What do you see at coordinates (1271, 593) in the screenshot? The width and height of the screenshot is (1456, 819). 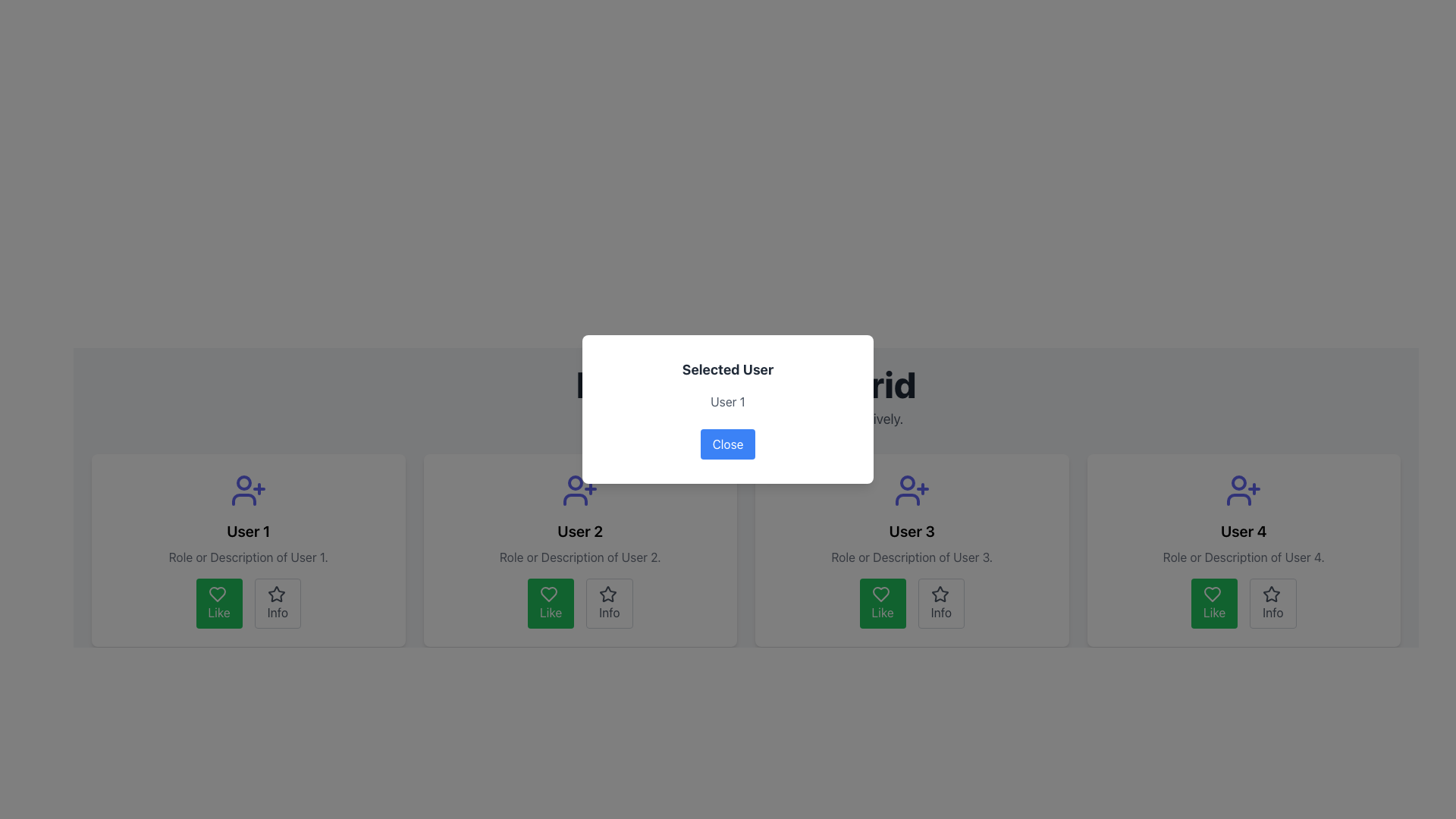 I see `the icon button located within the card for 'User 4', positioned to the right of the green 'Like' button and below the user's name and description` at bounding box center [1271, 593].